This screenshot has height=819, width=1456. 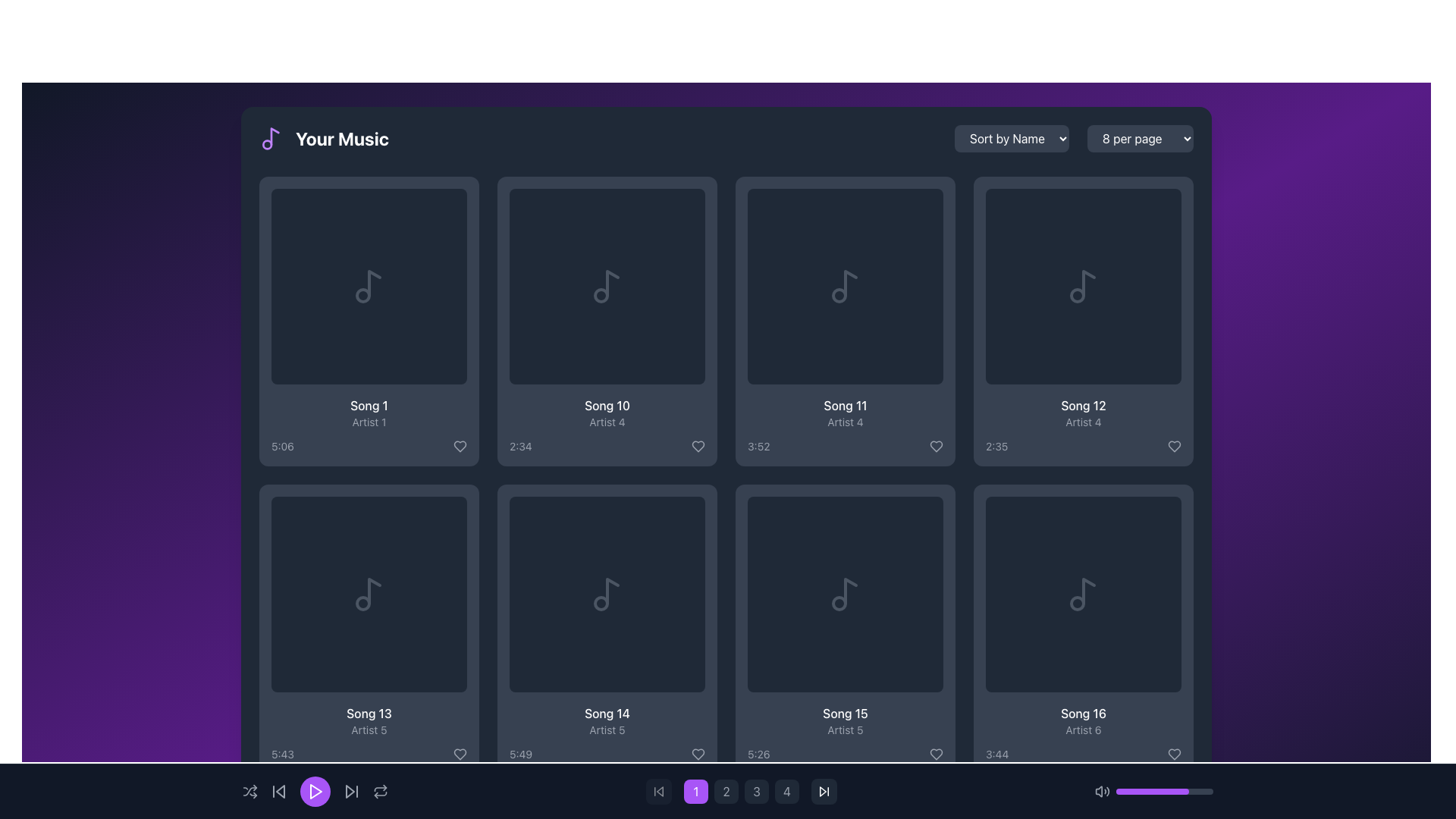 I want to click on the volume, so click(x=1118, y=791).